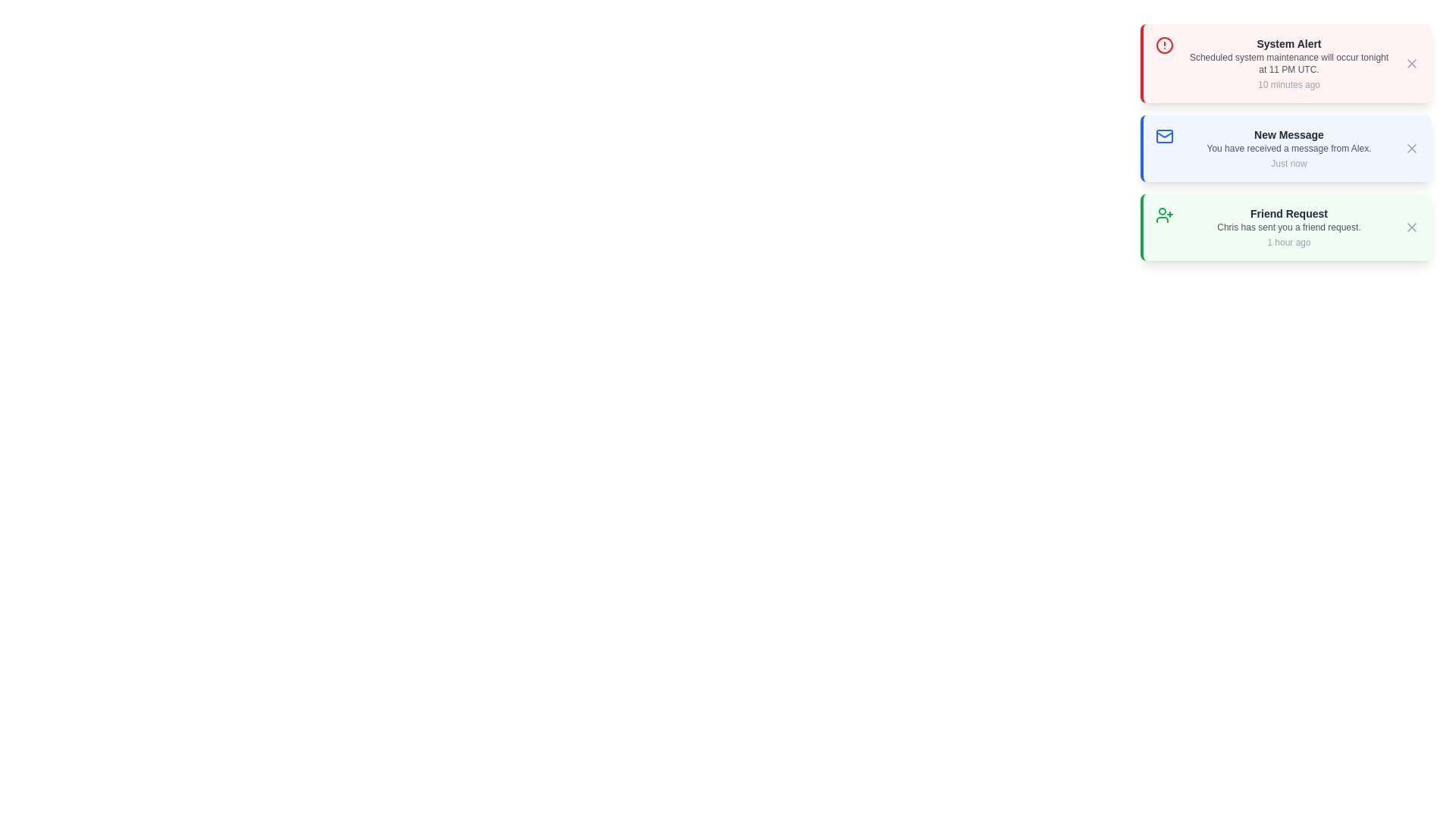 The height and width of the screenshot is (819, 1456). Describe the element at coordinates (1411, 227) in the screenshot. I see `the dismiss icon button located in the upper-right section of the green 'Friend Request' notification card` at that location.